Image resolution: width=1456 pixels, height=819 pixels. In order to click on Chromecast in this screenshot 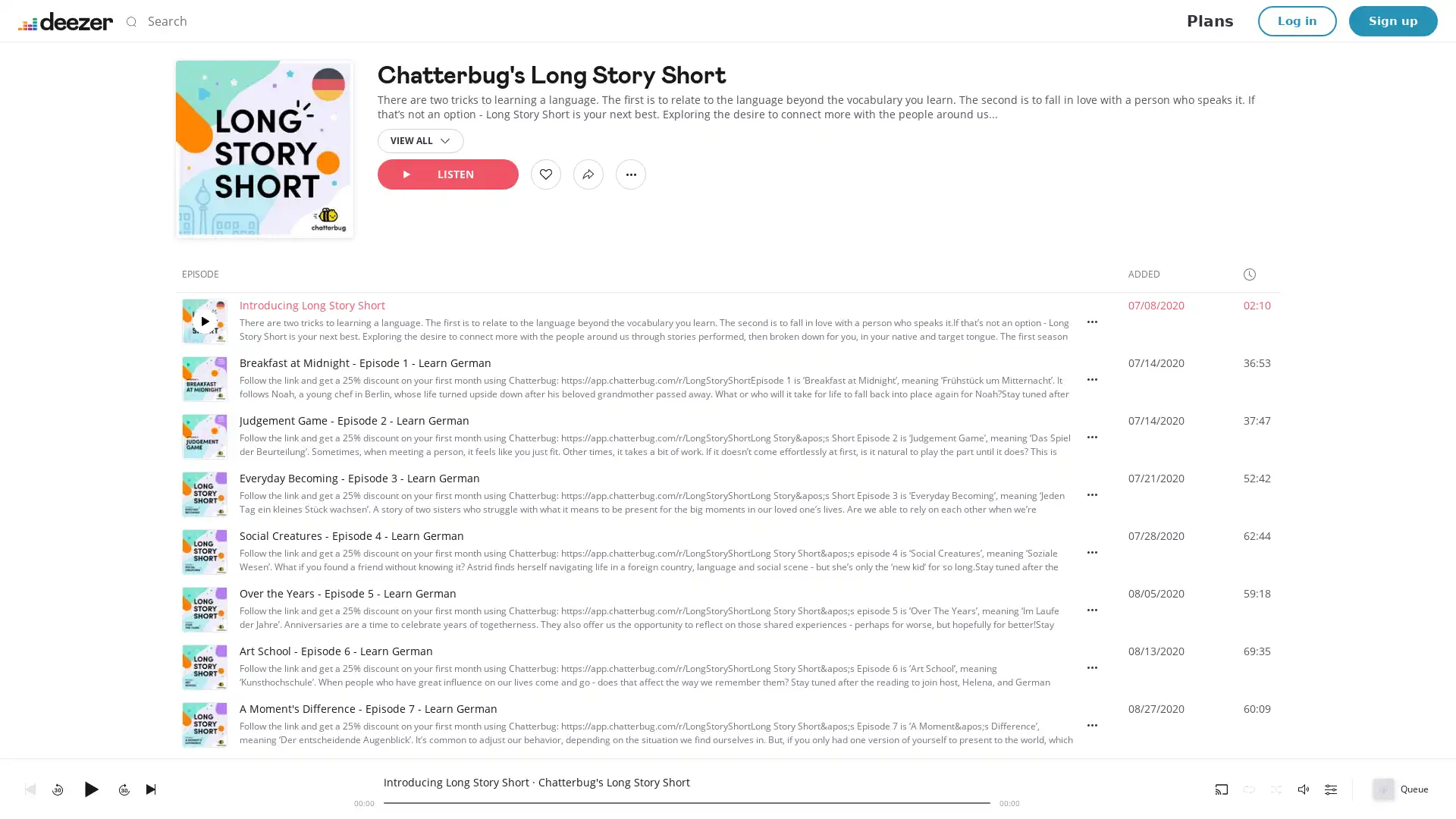, I will do `click(1222, 788)`.